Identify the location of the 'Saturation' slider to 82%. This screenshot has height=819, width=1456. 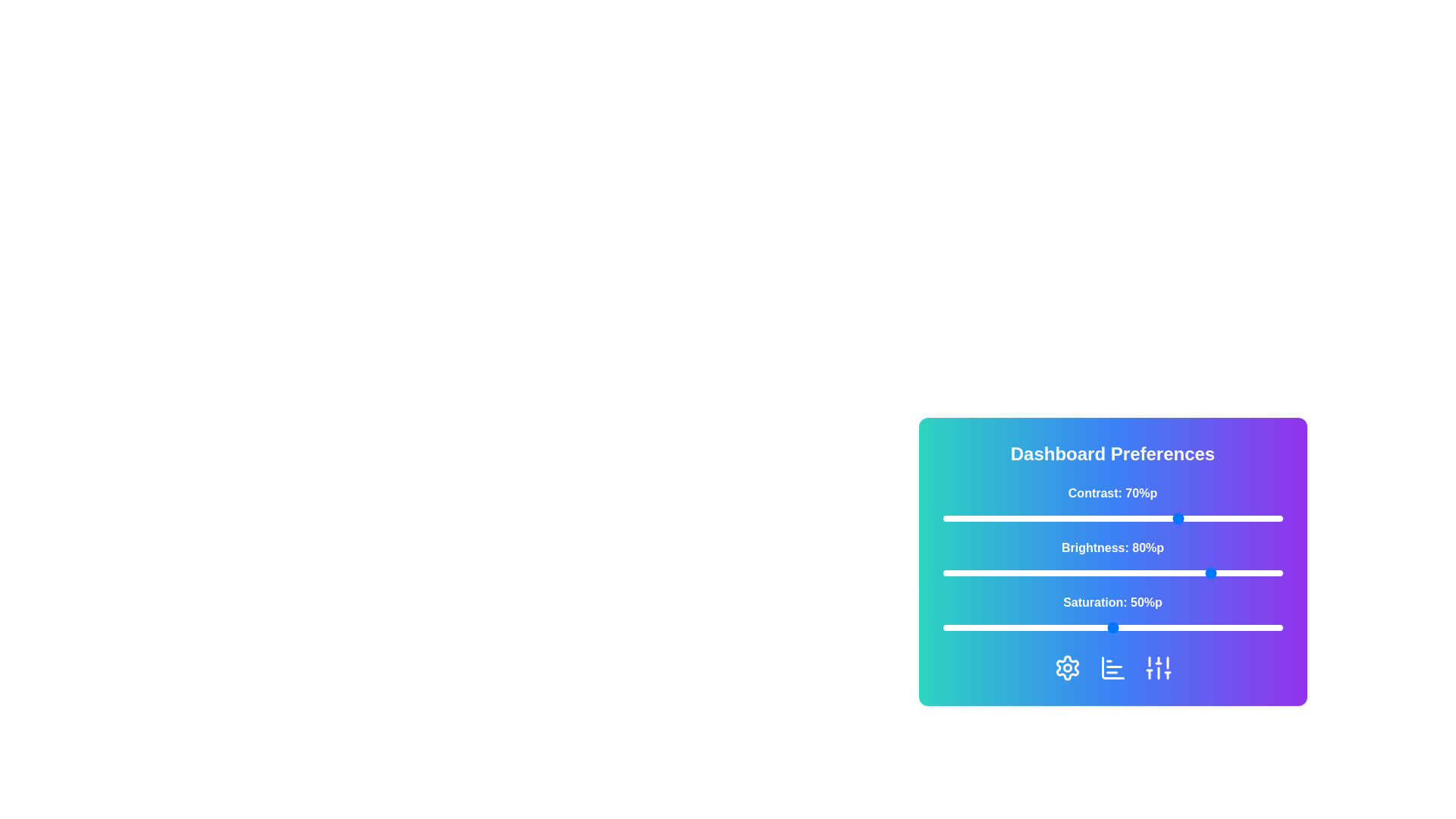
(1221, 628).